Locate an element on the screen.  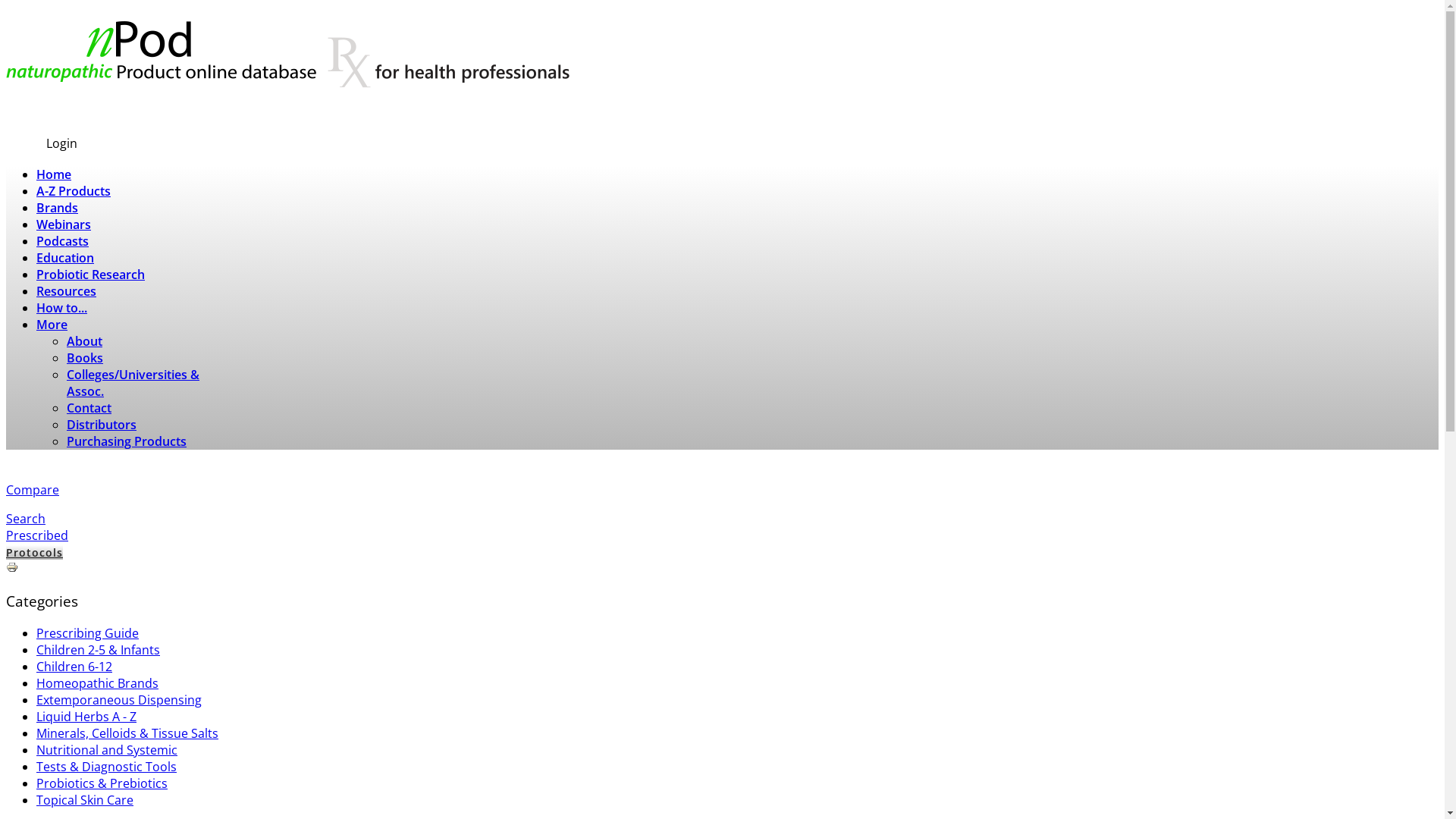
'About' is located at coordinates (83, 341).